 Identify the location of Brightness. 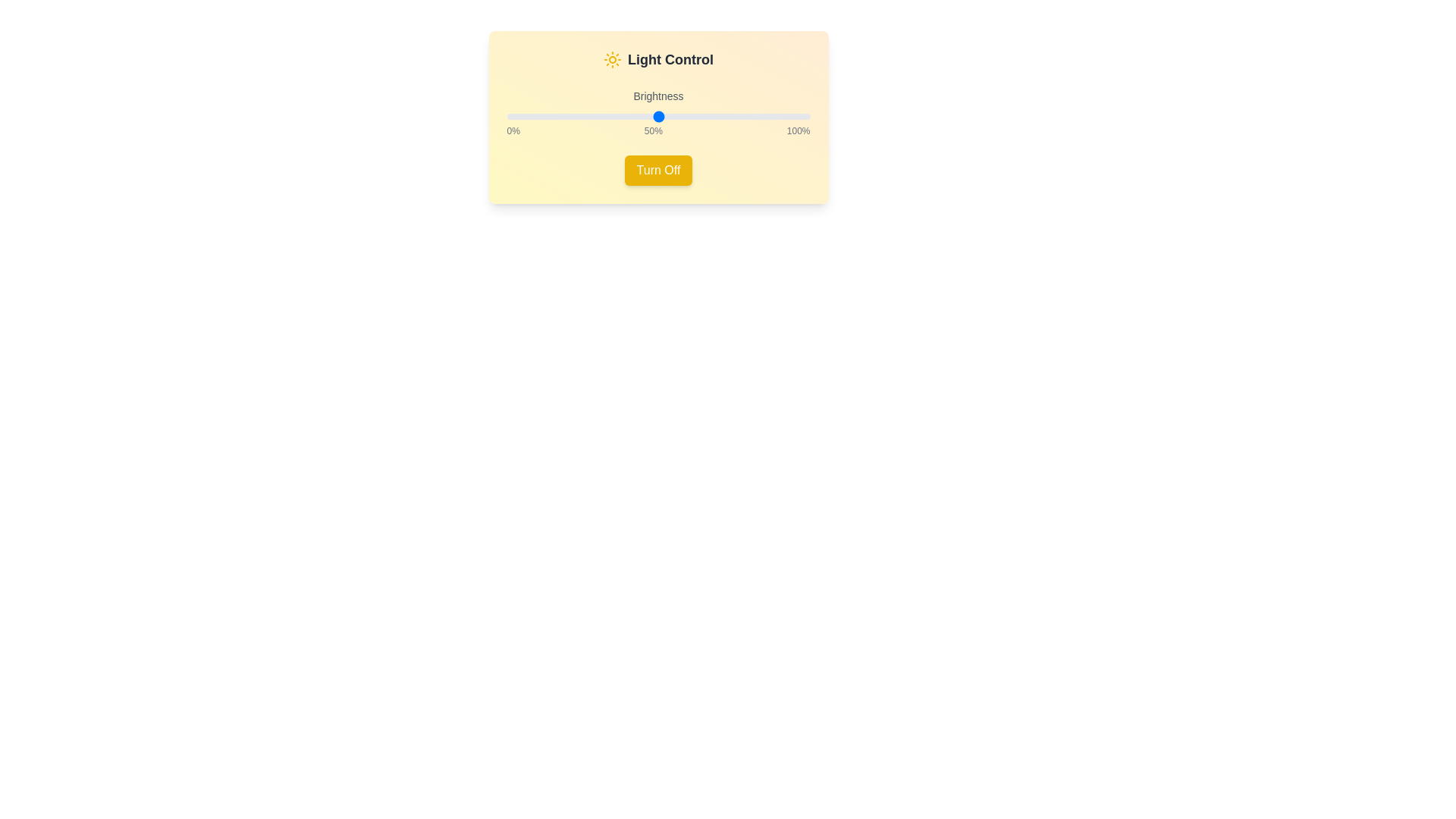
(770, 116).